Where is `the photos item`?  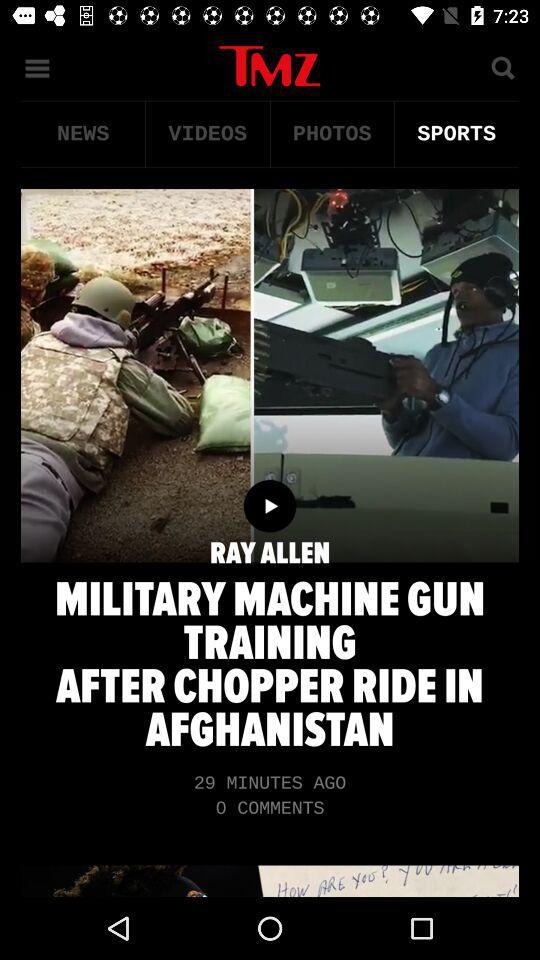 the photos item is located at coordinates (332, 133).